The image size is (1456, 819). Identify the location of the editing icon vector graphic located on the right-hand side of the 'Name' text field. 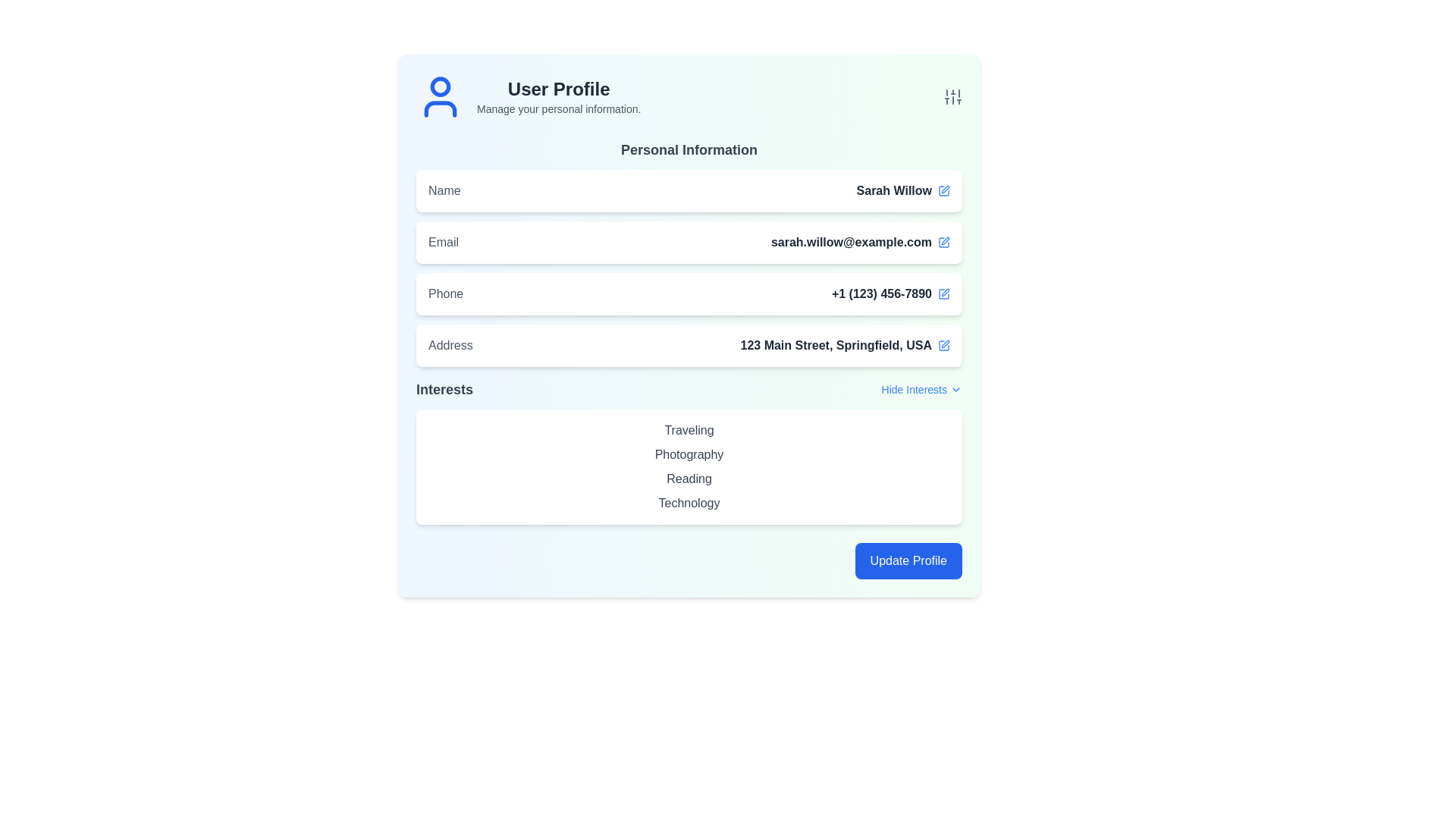
(945, 189).